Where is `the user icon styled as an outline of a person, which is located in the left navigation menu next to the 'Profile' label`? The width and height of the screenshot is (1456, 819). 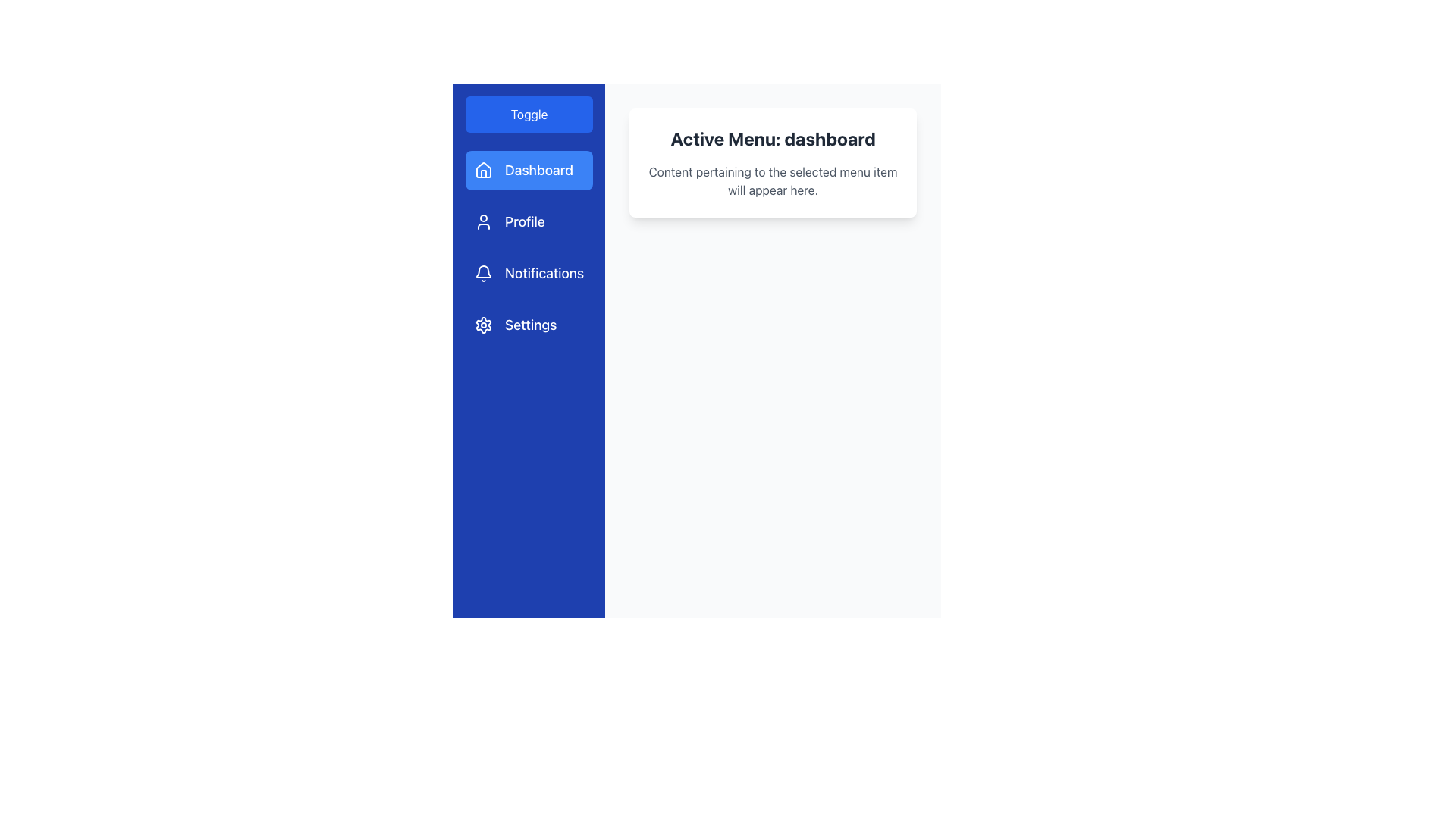
the user icon styled as an outline of a person, which is located in the left navigation menu next to the 'Profile' label is located at coordinates (483, 222).